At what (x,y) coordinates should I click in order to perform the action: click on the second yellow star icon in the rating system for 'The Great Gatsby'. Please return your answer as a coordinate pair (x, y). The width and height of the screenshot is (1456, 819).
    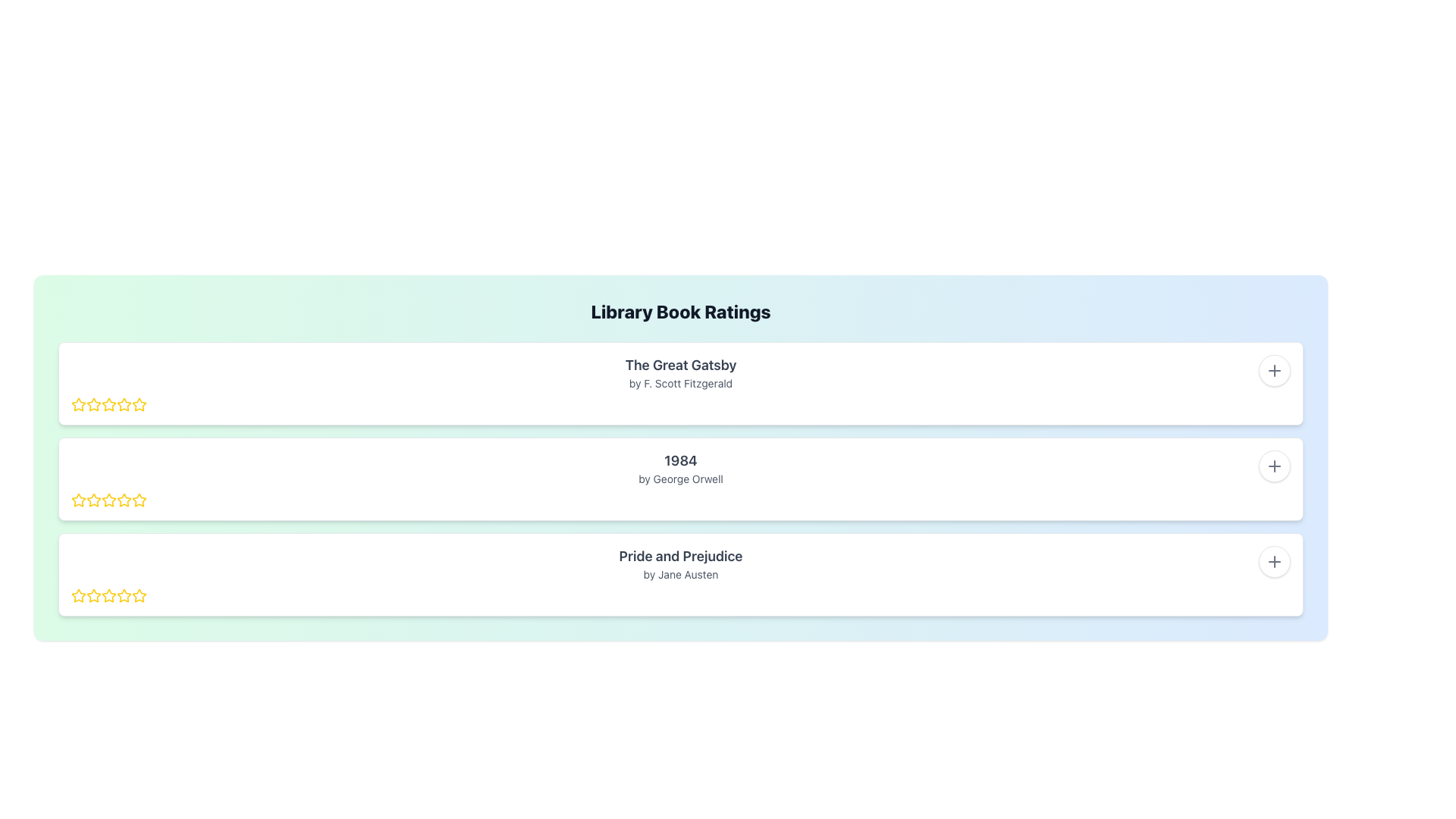
    Looking at the image, I should click on (139, 403).